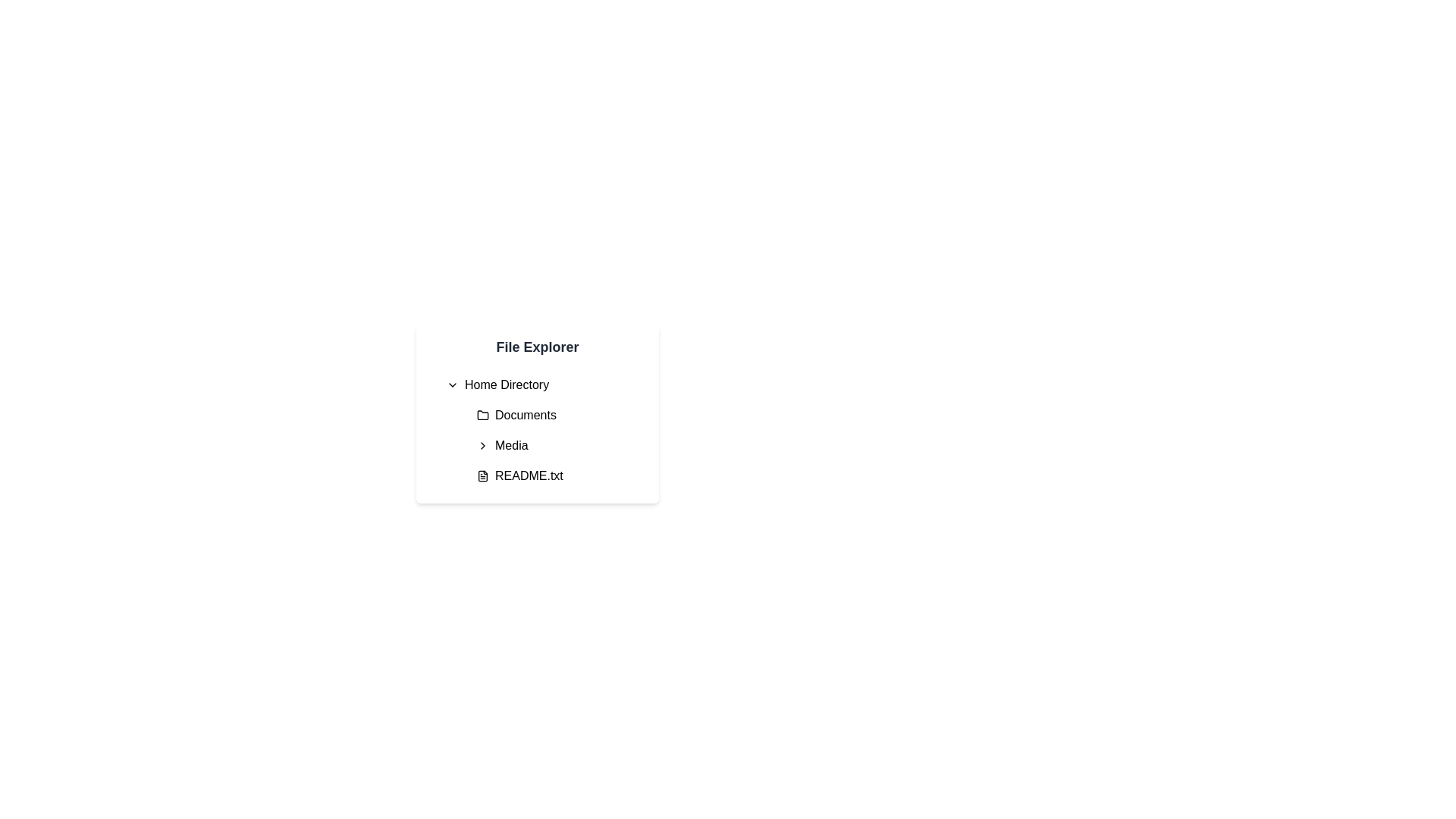 The image size is (1456, 819). Describe the element at coordinates (511, 444) in the screenshot. I see `the 'Media' text label in the file explorer` at that location.